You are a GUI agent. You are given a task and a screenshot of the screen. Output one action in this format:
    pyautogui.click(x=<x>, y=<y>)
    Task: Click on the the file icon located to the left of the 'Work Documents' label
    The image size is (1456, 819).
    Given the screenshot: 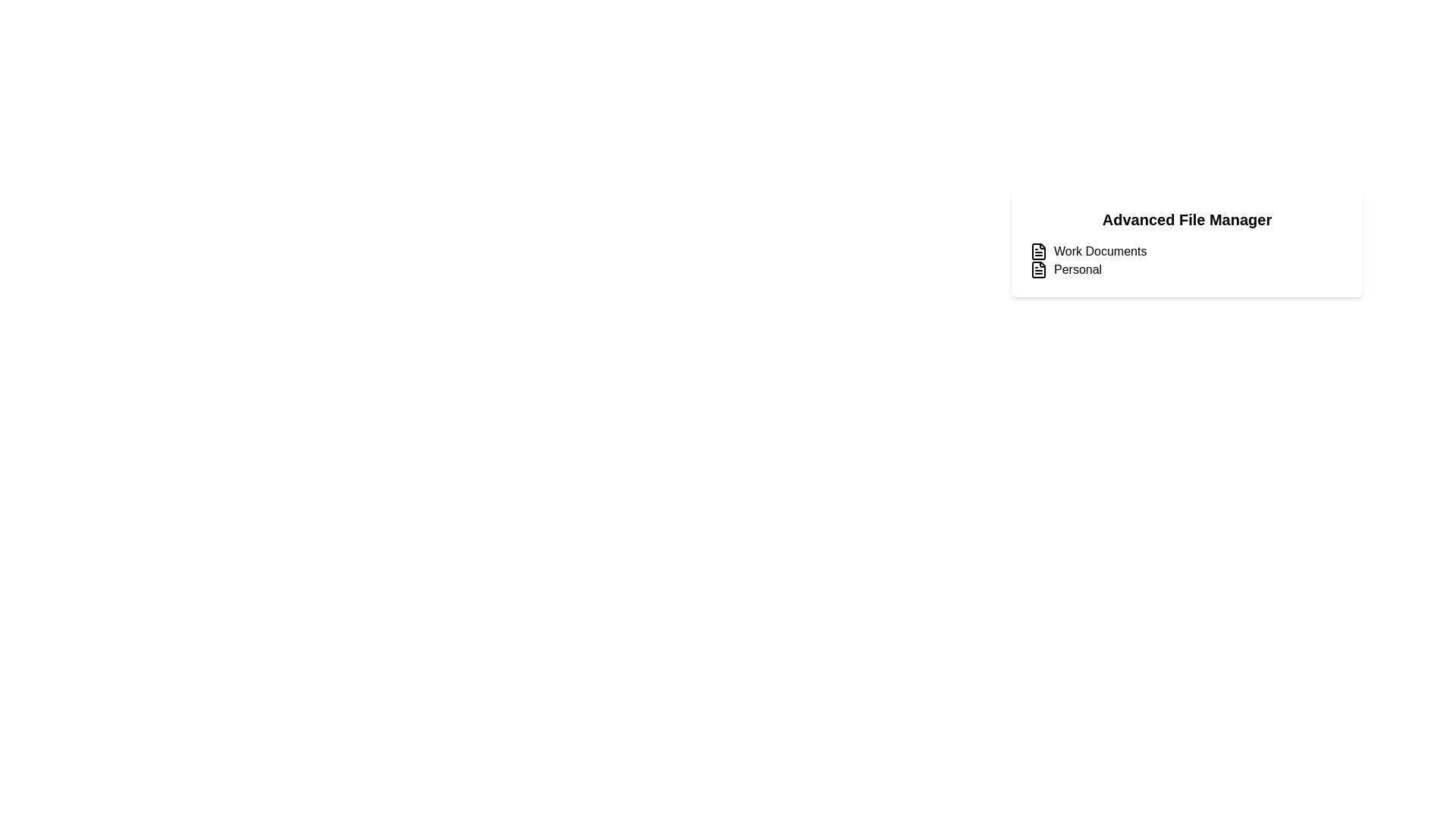 What is the action you would take?
    pyautogui.click(x=1037, y=250)
    